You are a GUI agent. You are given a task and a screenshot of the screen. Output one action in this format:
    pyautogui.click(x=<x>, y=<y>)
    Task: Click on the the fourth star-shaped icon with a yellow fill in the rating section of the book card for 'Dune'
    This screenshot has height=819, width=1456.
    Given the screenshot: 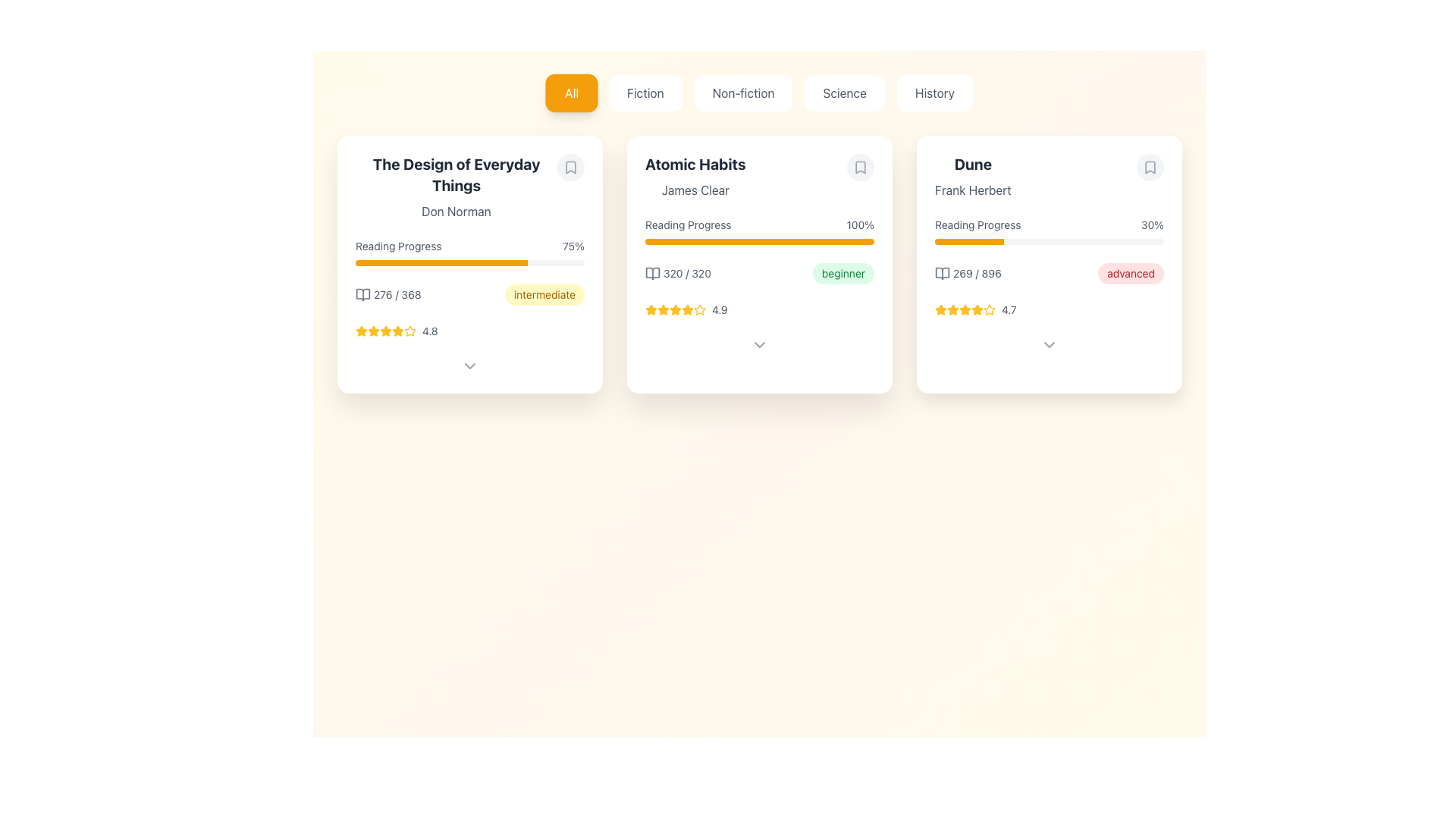 What is the action you would take?
    pyautogui.click(x=990, y=309)
    